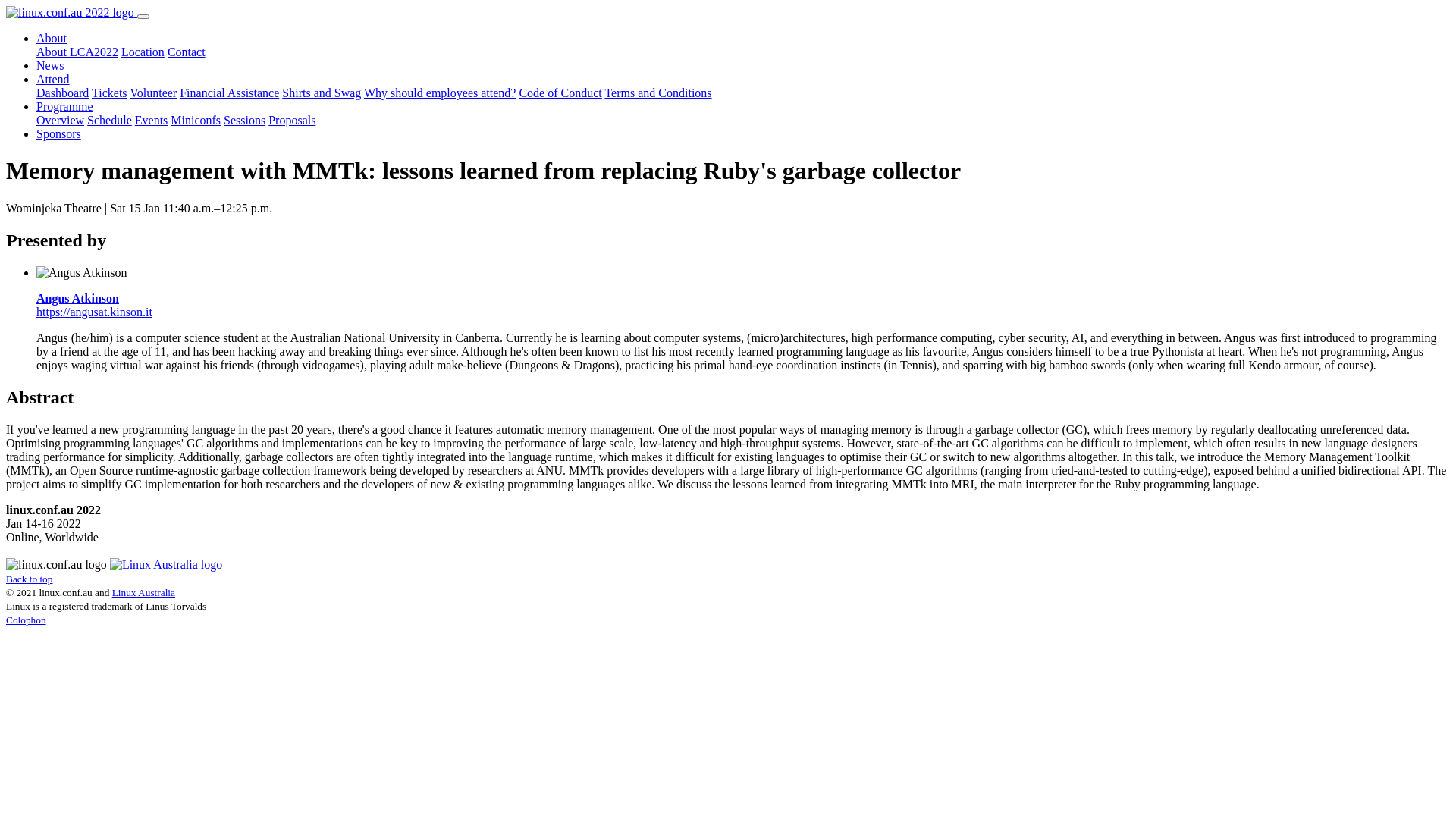 Image resolution: width=1456 pixels, height=819 pixels. What do you see at coordinates (77, 298) in the screenshot?
I see `'Angus Atkinson'` at bounding box center [77, 298].